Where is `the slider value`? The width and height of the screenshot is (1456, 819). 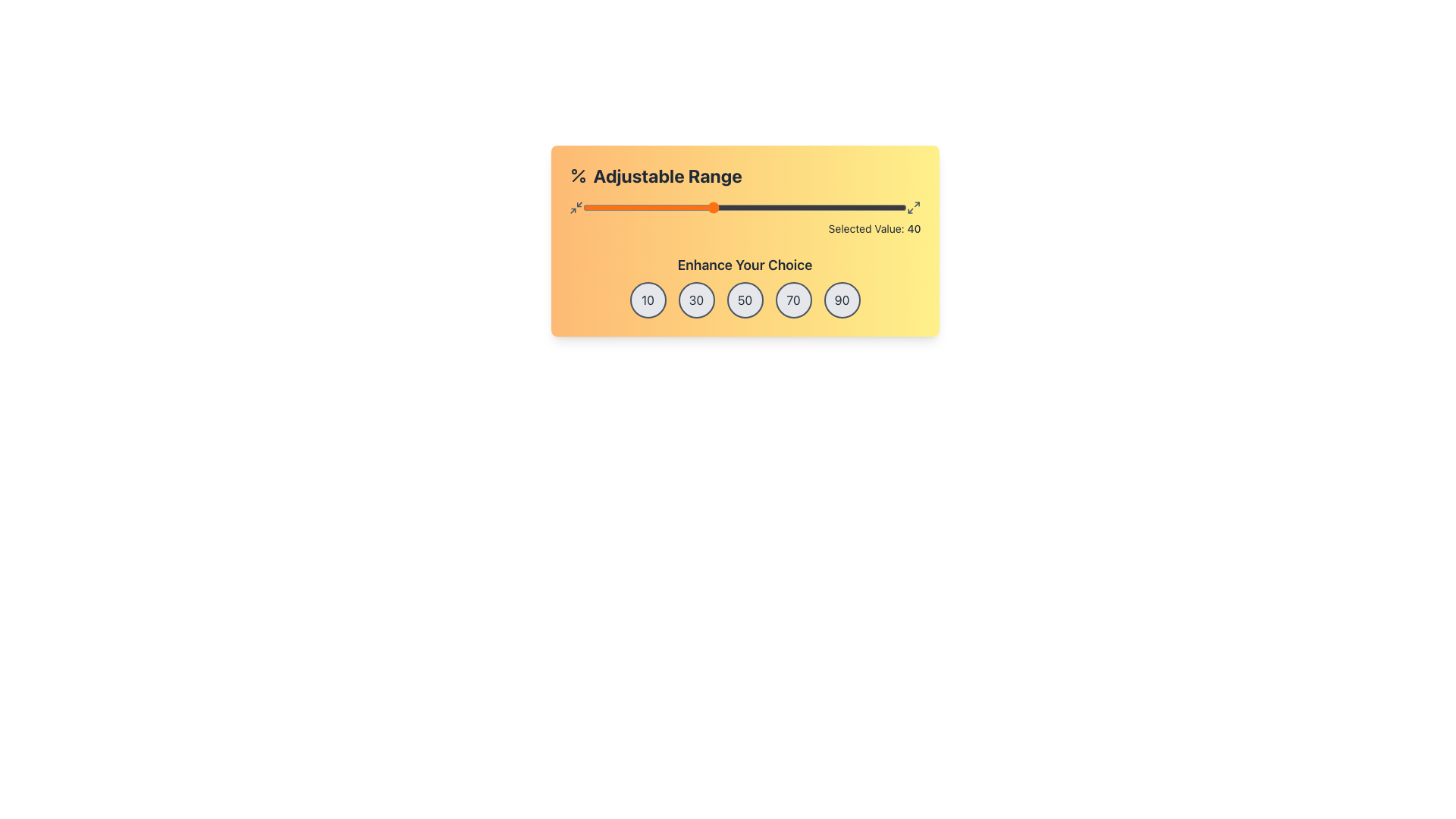 the slider value is located at coordinates (588, 207).